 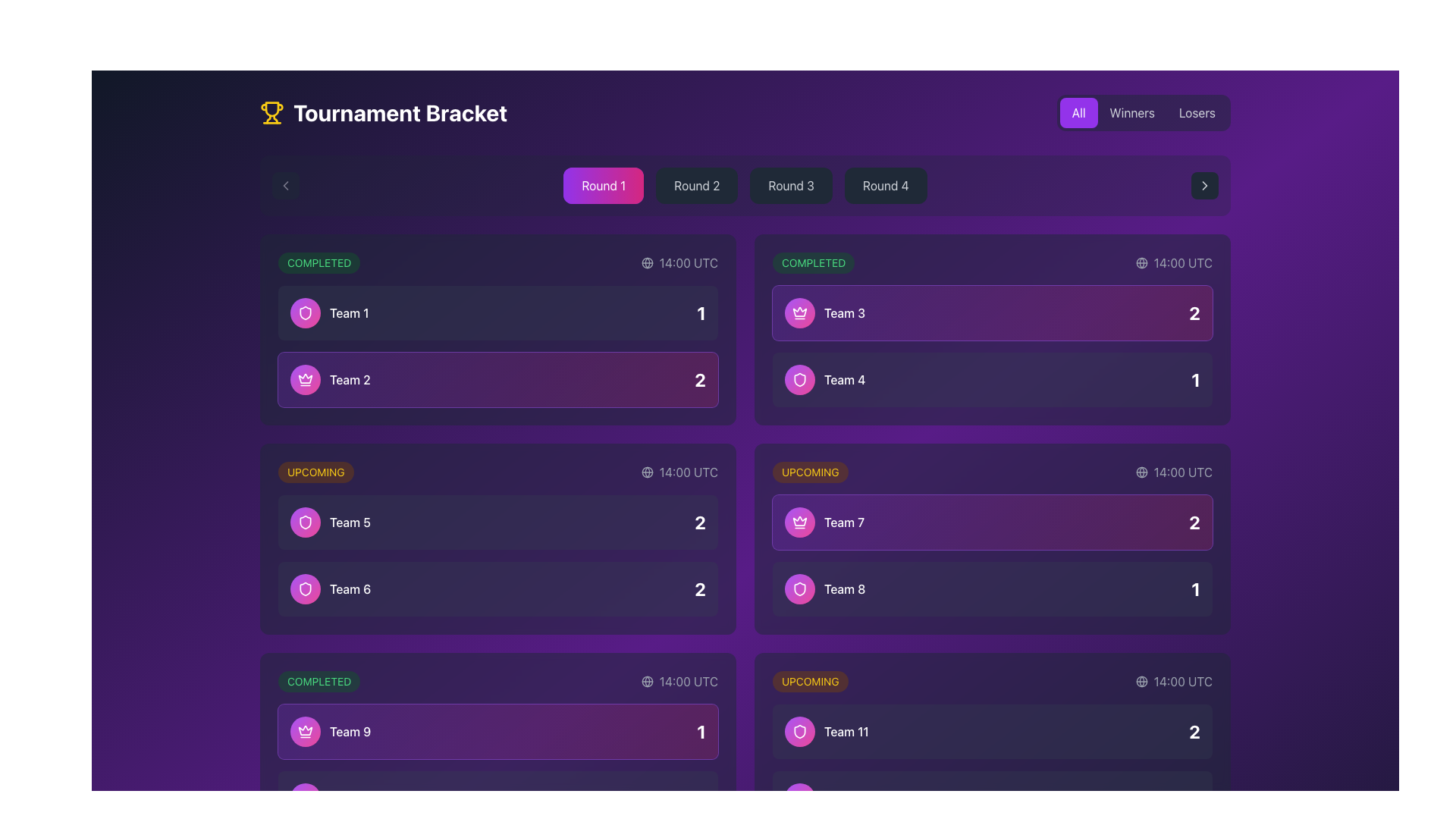 What do you see at coordinates (1182, 680) in the screenshot?
I see `scheduled time displayed in the Text label located in the bottom right portion of the match block, adjacent to a globe icon` at bounding box center [1182, 680].